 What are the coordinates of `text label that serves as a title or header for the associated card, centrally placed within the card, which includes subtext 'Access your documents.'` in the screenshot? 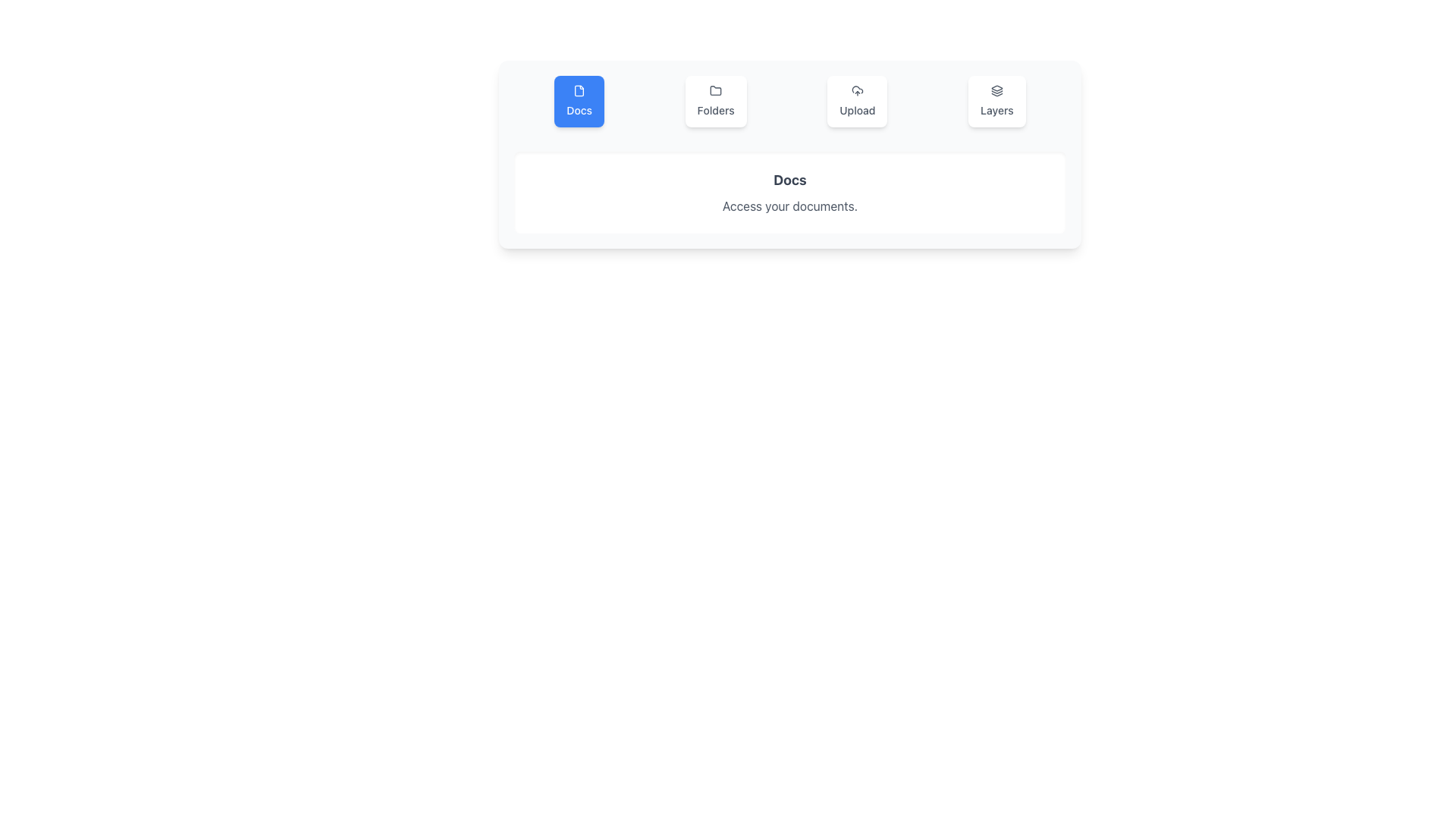 It's located at (789, 180).